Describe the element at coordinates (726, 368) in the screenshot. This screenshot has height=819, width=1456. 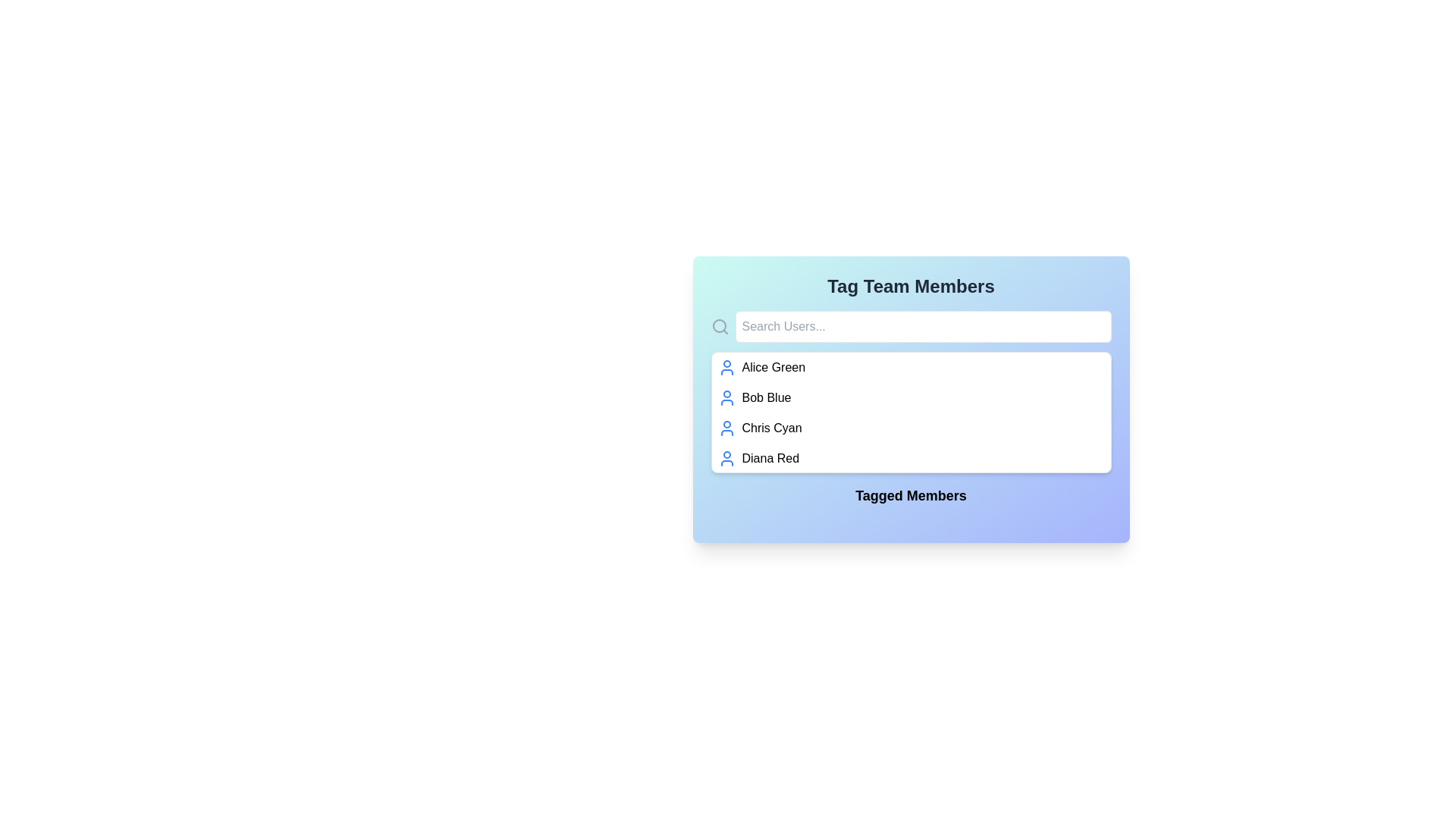
I see `the user avatar icon for 'Alice Green', which is a blue circular head and shoulders outline located on the left side of the user listing` at that location.